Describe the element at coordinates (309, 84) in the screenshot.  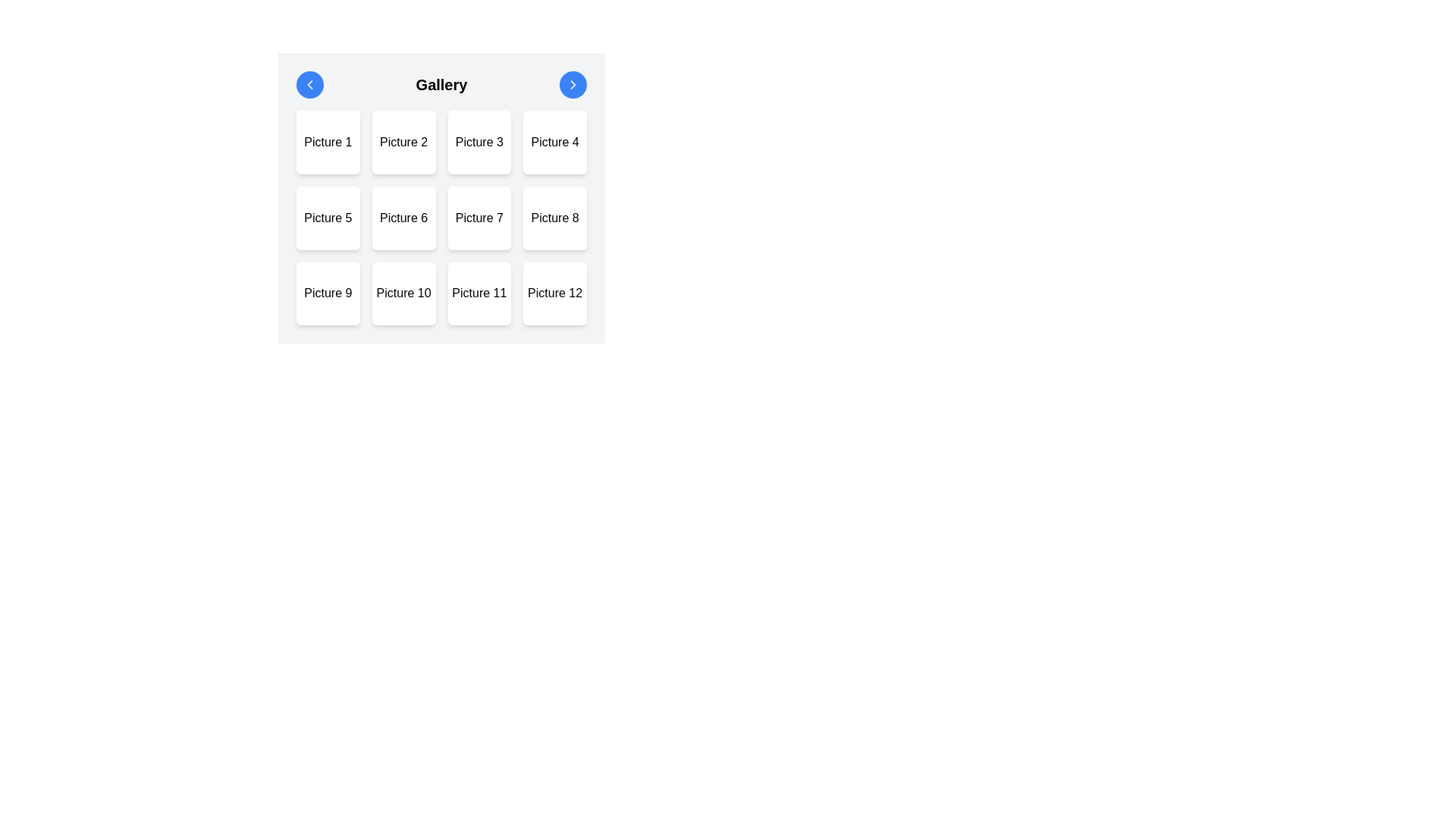
I see `the left-pointing chevron icon located inside the top-left circular button of the gallery interface` at that location.